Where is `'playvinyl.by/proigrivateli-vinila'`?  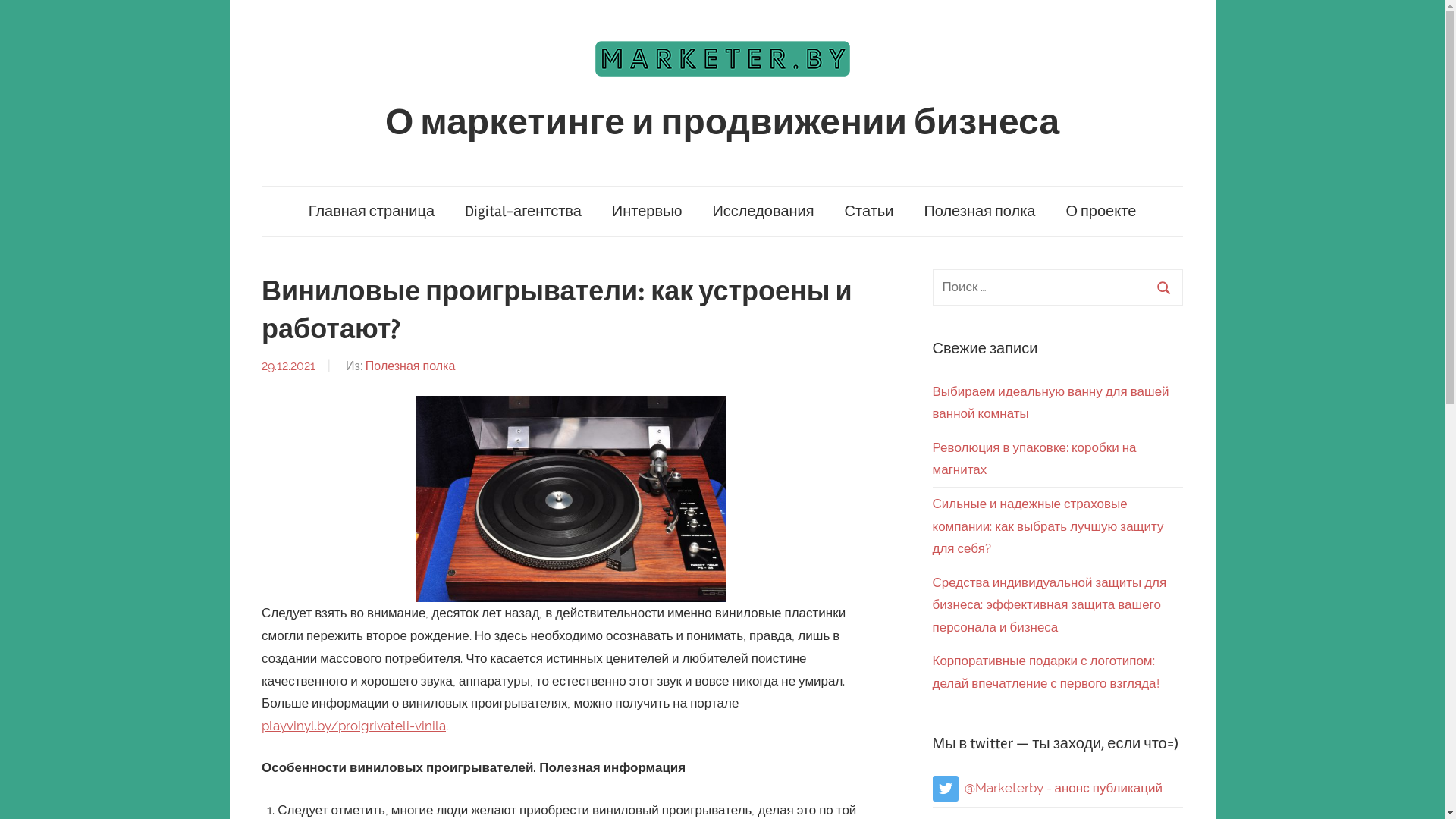
'playvinyl.by/proigrivateli-vinila' is located at coordinates (353, 724).